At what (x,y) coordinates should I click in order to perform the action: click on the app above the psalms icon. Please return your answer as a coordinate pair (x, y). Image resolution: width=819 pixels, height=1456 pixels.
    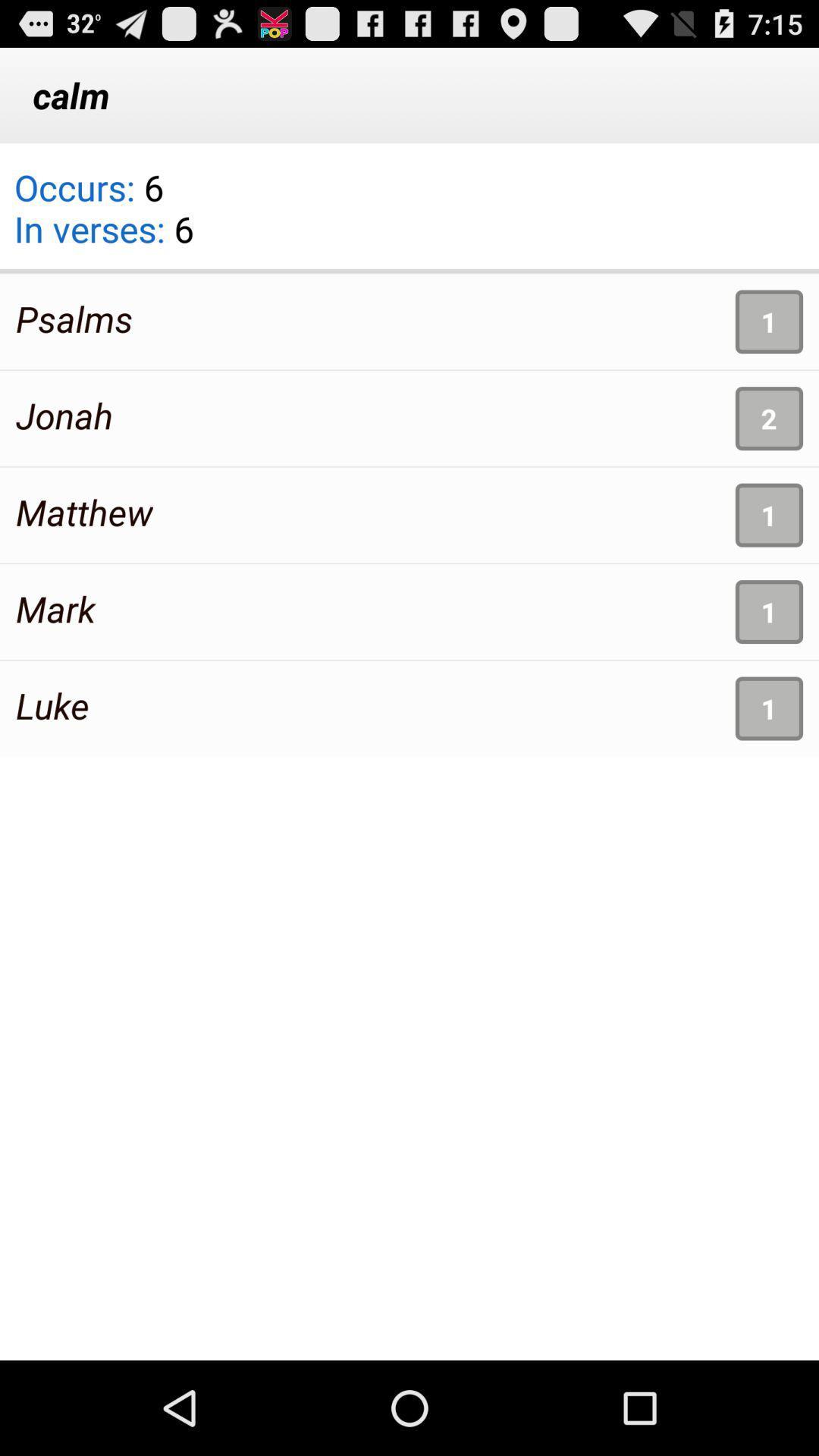
    Looking at the image, I should click on (103, 217).